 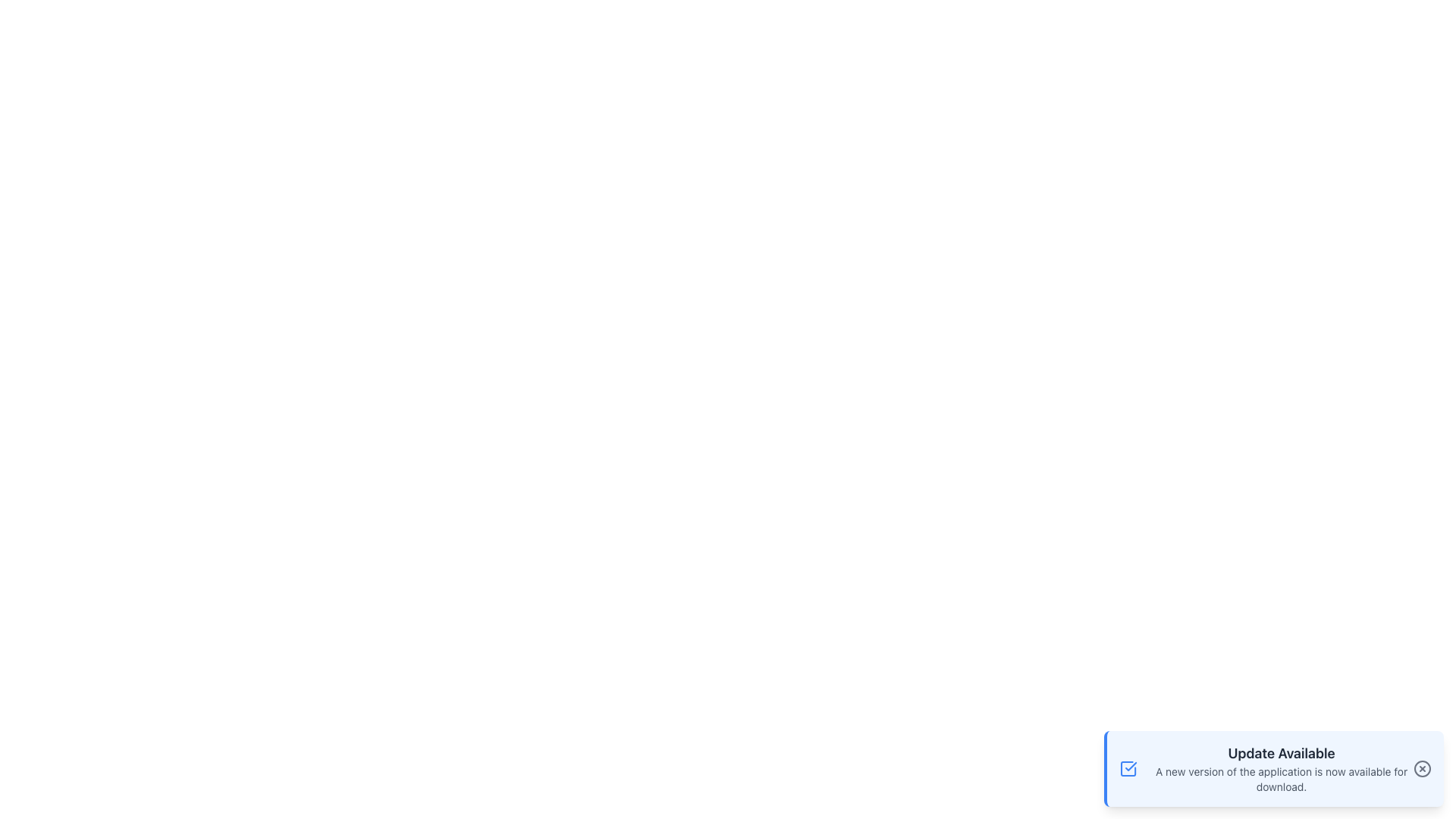 I want to click on the notification displayed in the rectangular notification box with a light blue background located at the bottom-right corner of the interface, so click(x=1274, y=769).